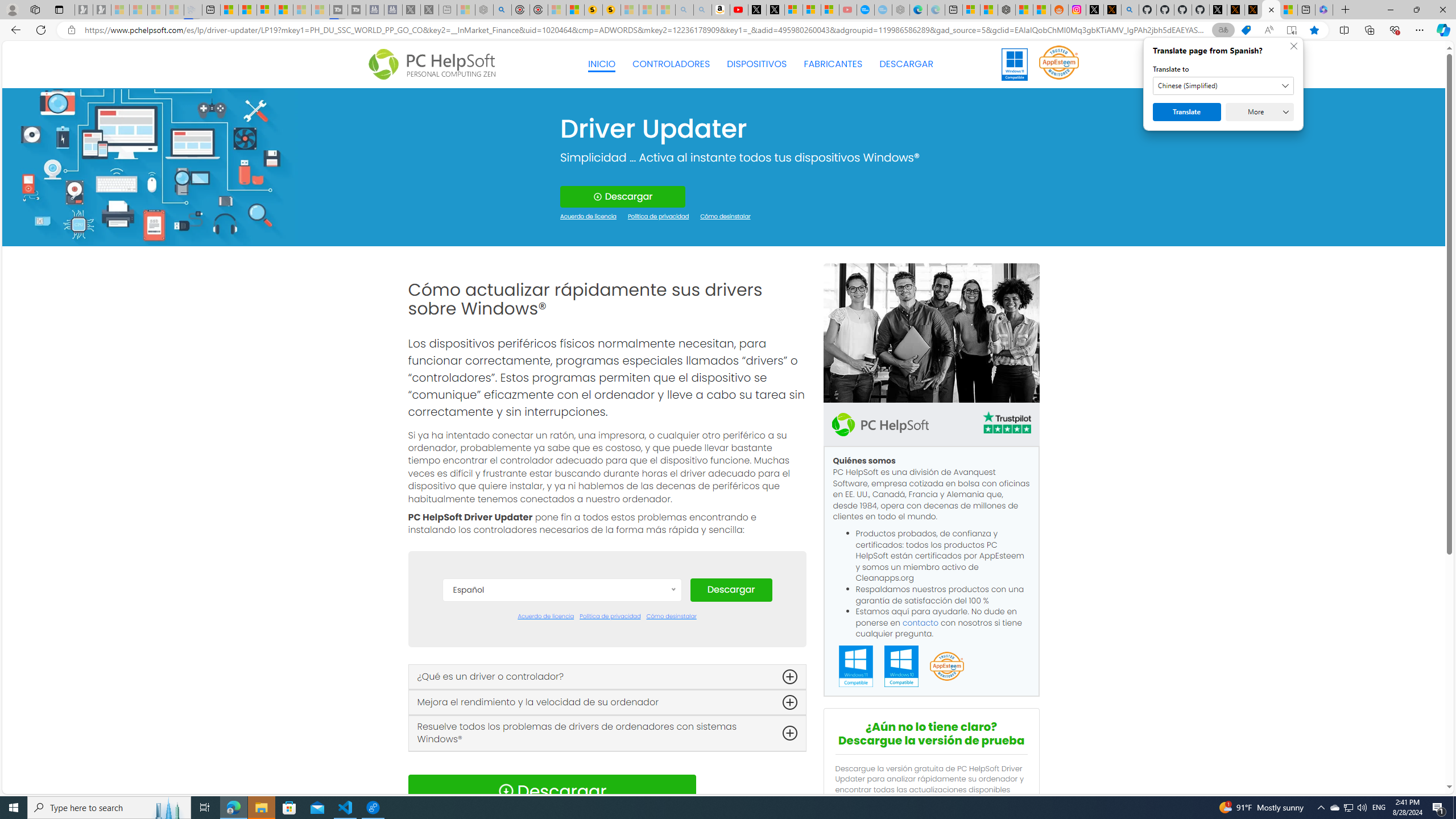  I want to click on 'help.x.com | 524: A timeout occurred', so click(1111, 9).